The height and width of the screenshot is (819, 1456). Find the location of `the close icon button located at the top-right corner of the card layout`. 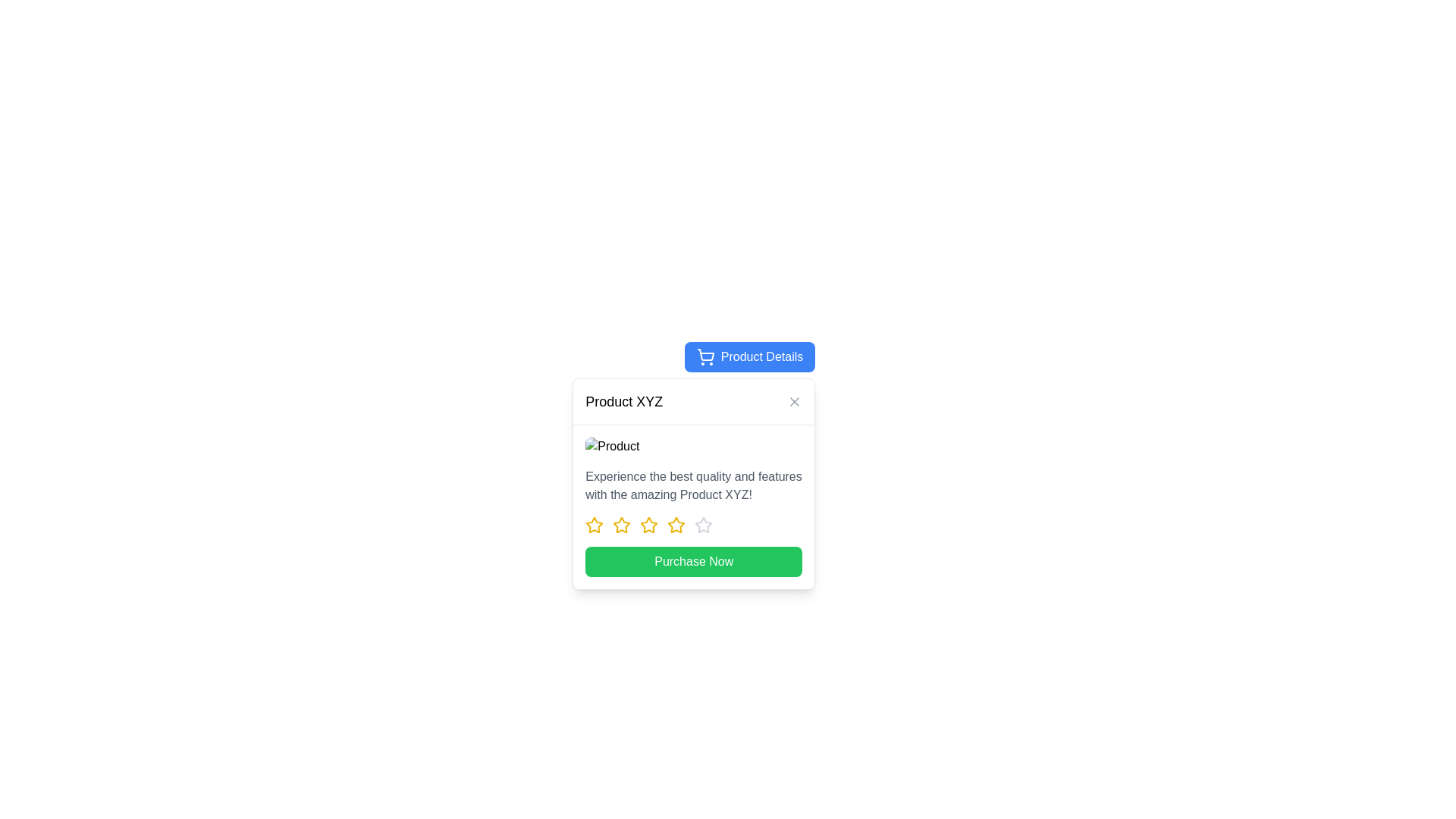

the close icon button located at the top-right corner of the card layout is located at coordinates (794, 400).